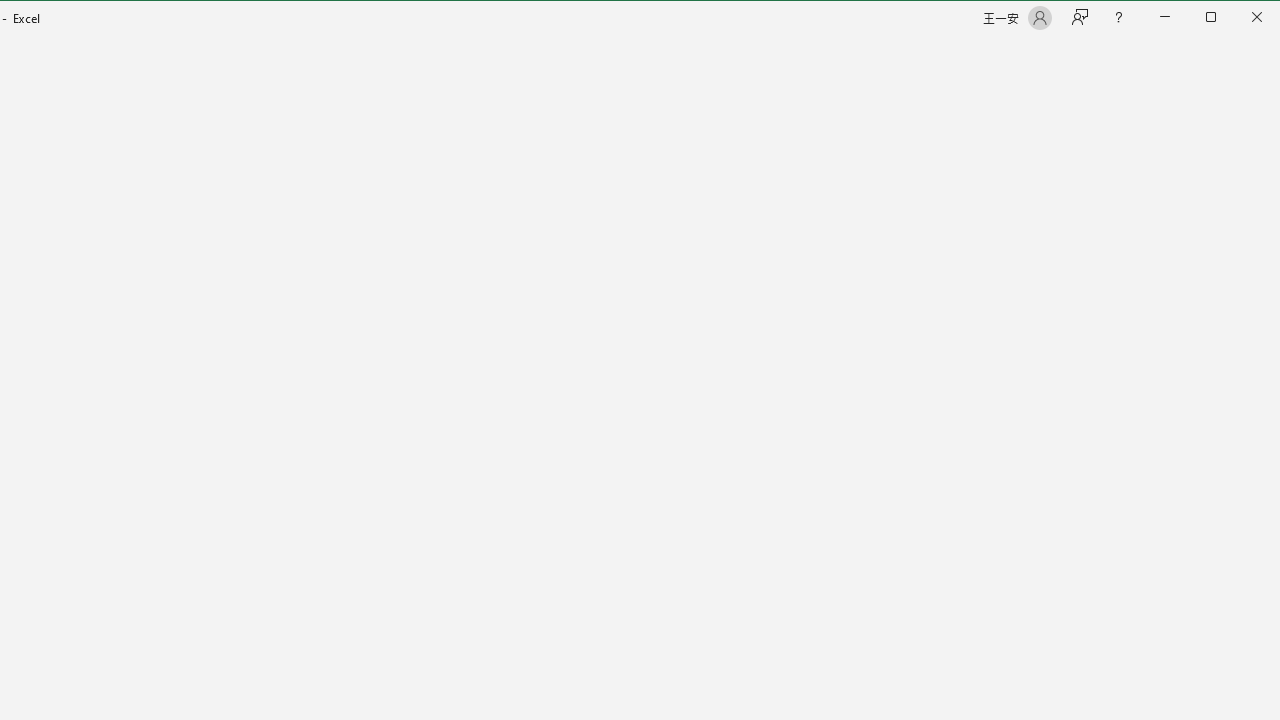 The height and width of the screenshot is (720, 1280). I want to click on 'Maximize', so click(1238, 19).